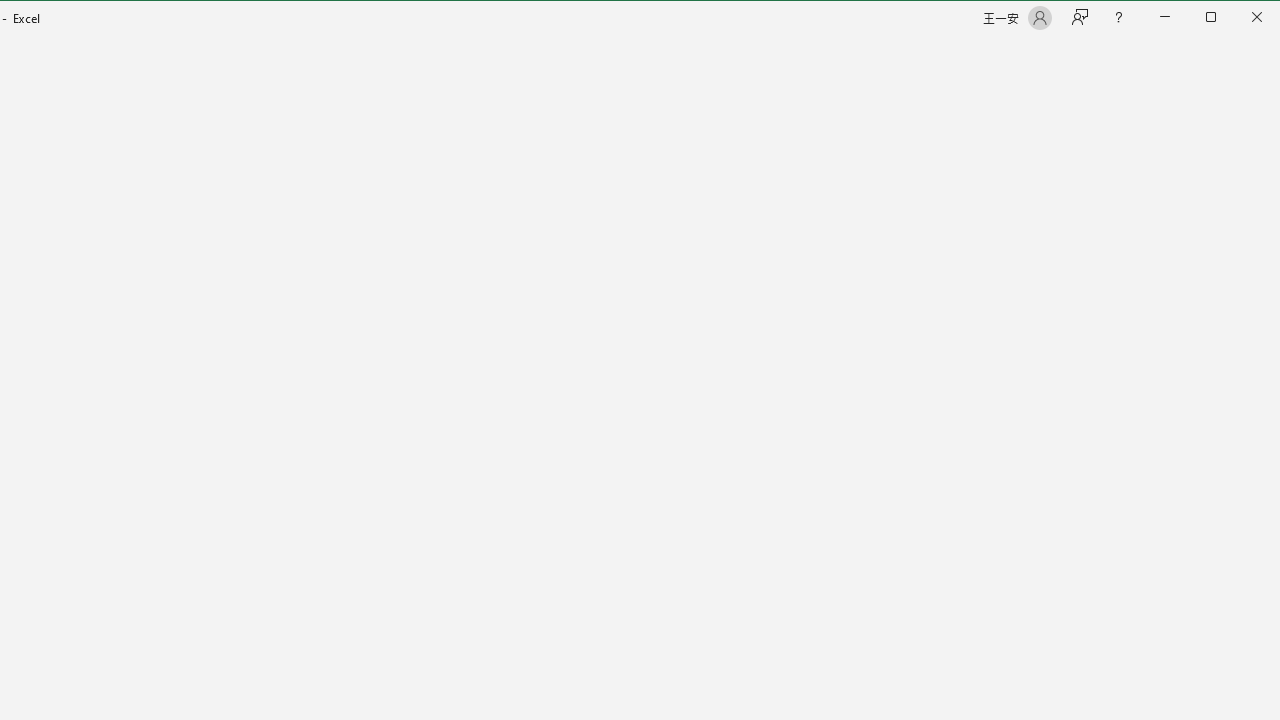 The height and width of the screenshot is (720, 1280). I want to click on 'Maximize', so click(1238, 19).